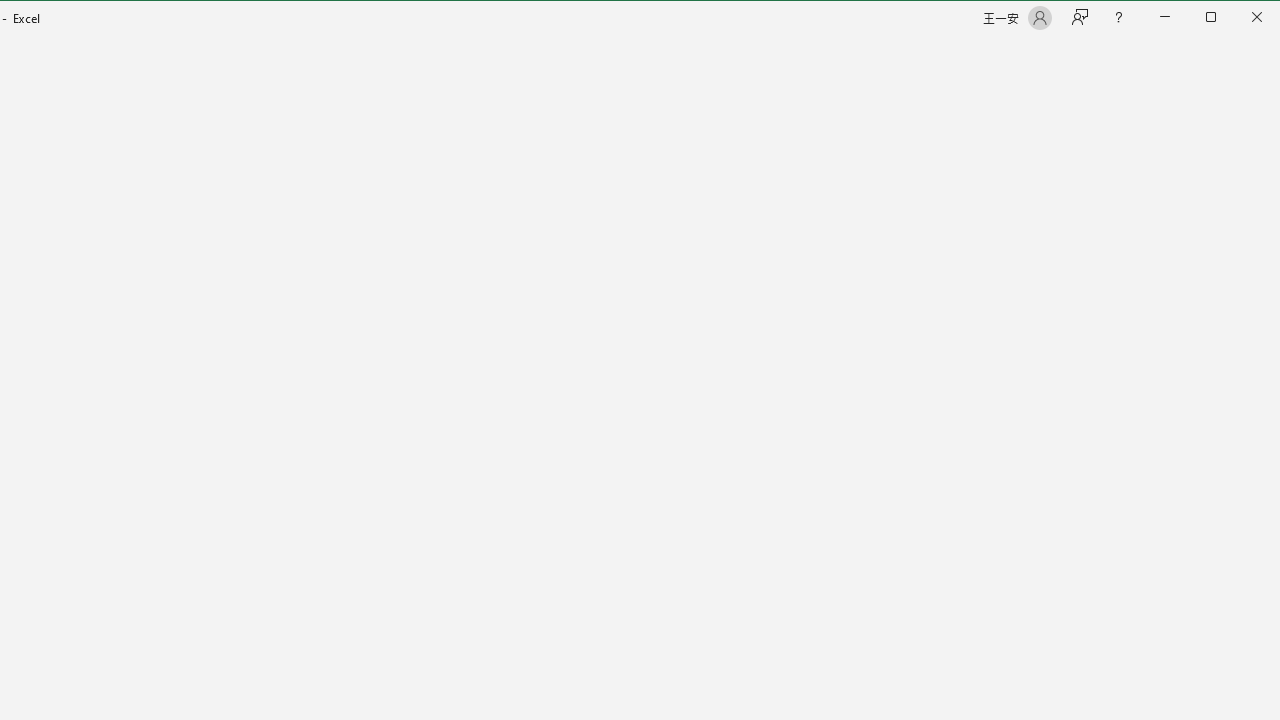 The height and width of the screenshot is (720, 1280). I want to click on 'Maximize', so click(1238, 19).